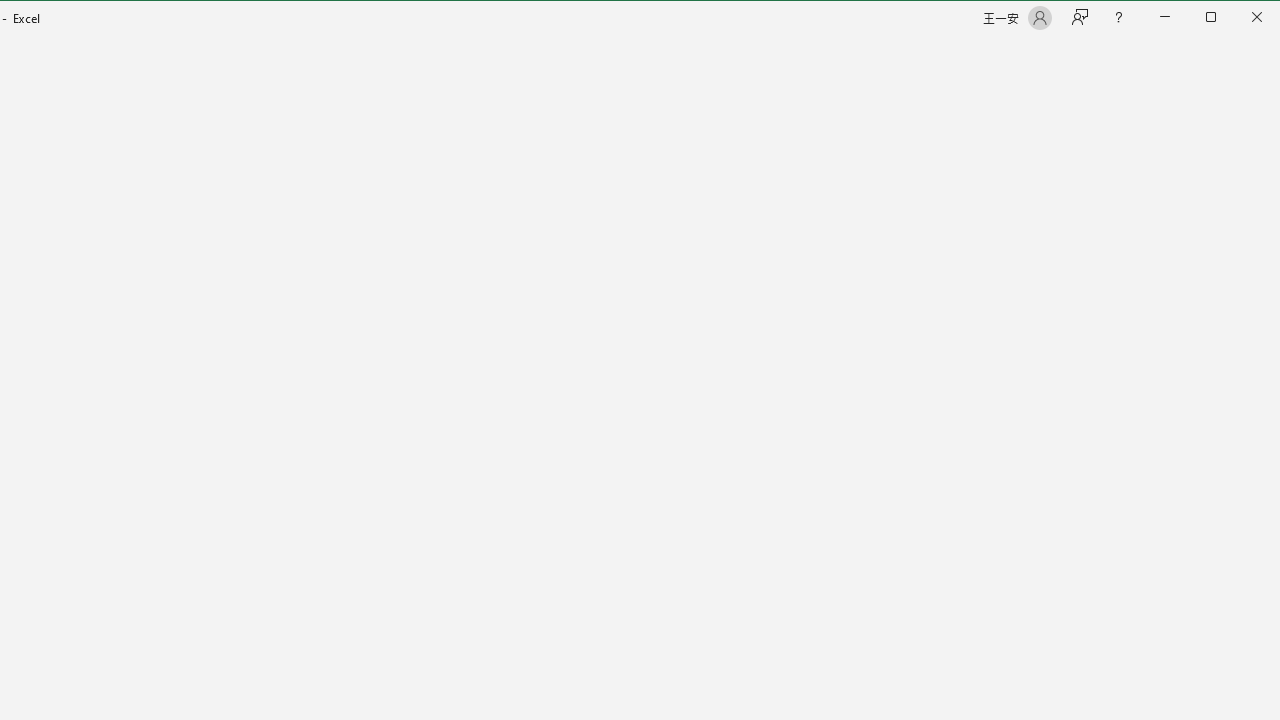 The height and width of the screenshot is (720, 1280). I want to click on 'Maximize', so click(1238, 19).